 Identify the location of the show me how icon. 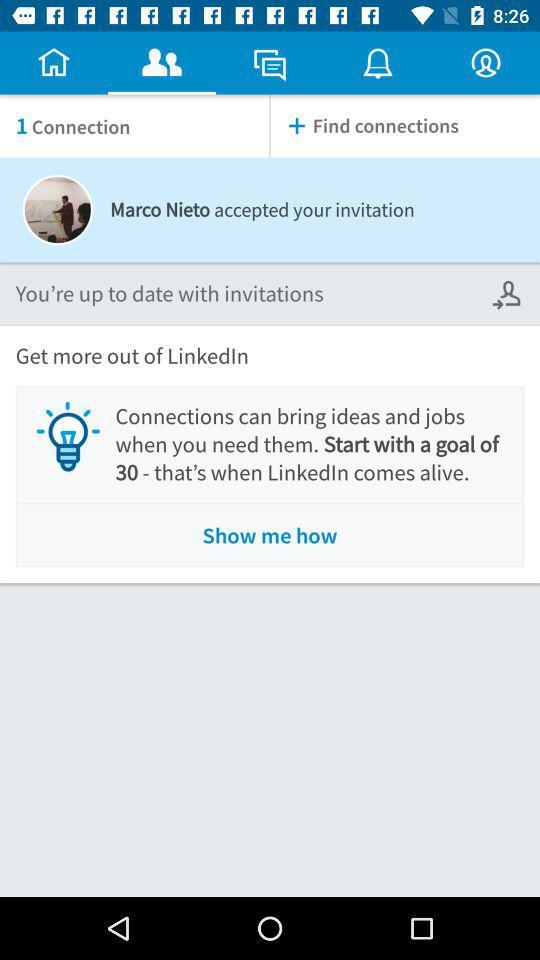
(270, 534).